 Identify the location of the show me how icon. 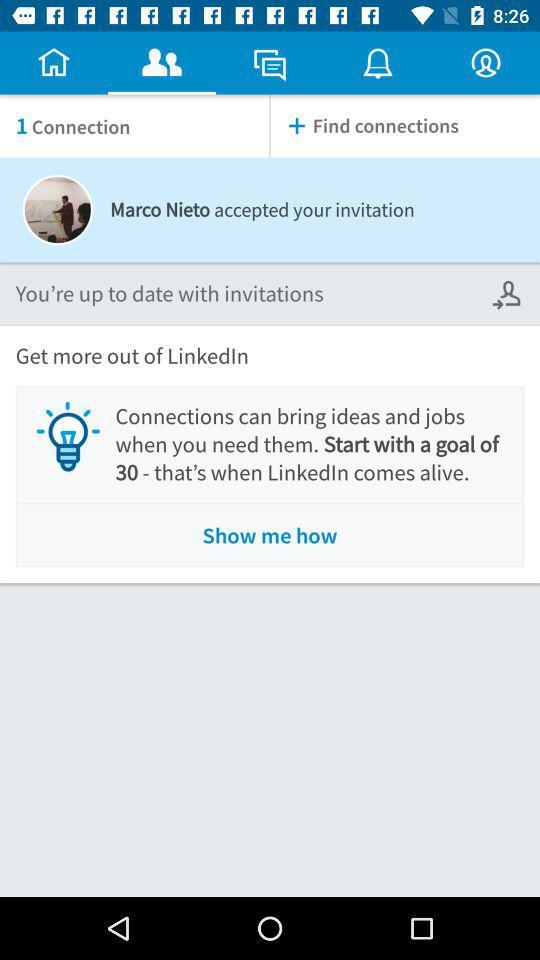
(270, 534).